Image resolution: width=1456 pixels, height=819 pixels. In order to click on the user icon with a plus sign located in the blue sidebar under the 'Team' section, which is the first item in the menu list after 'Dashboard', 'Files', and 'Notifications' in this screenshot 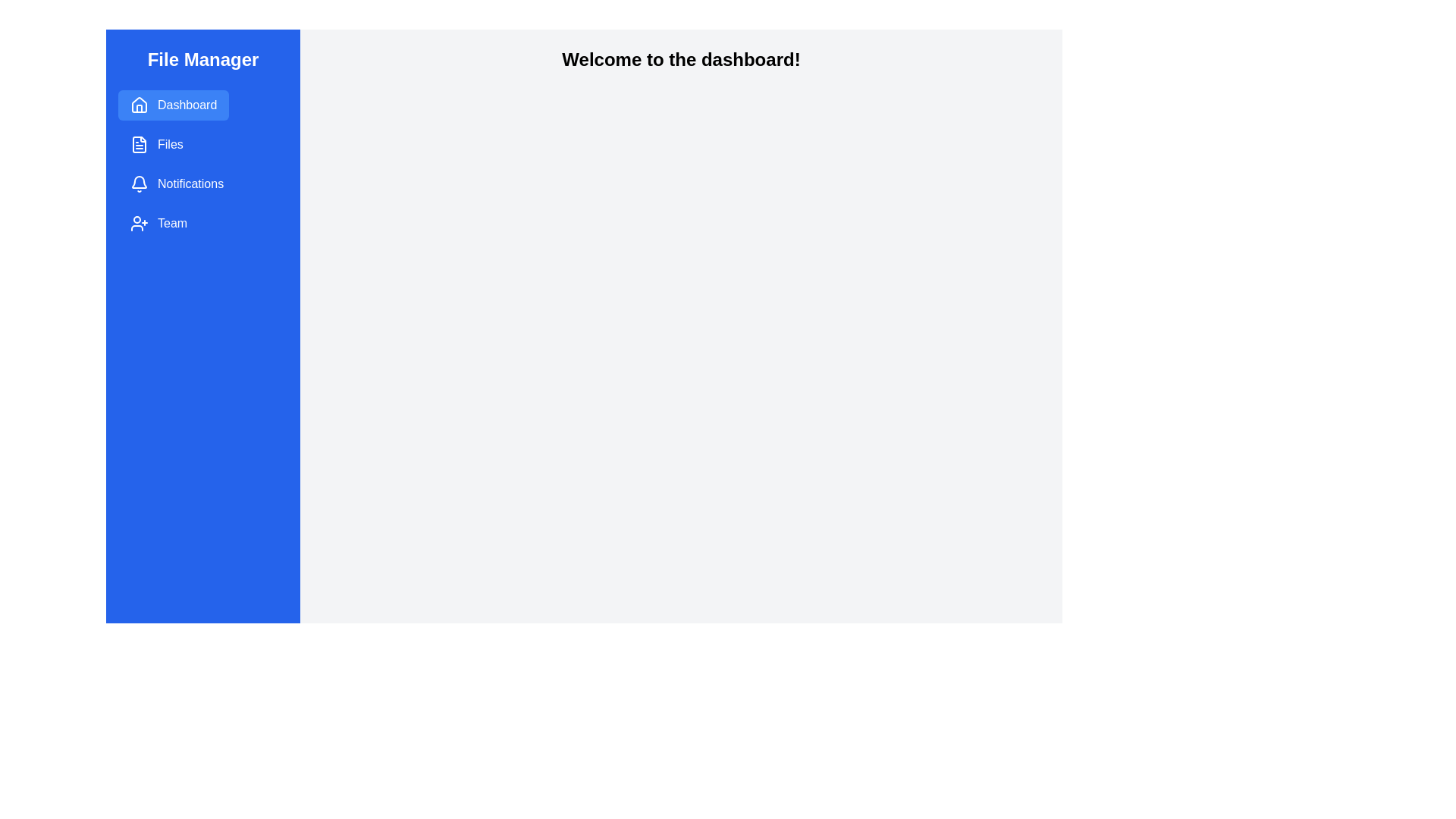, I will do `click(139, 223)`.